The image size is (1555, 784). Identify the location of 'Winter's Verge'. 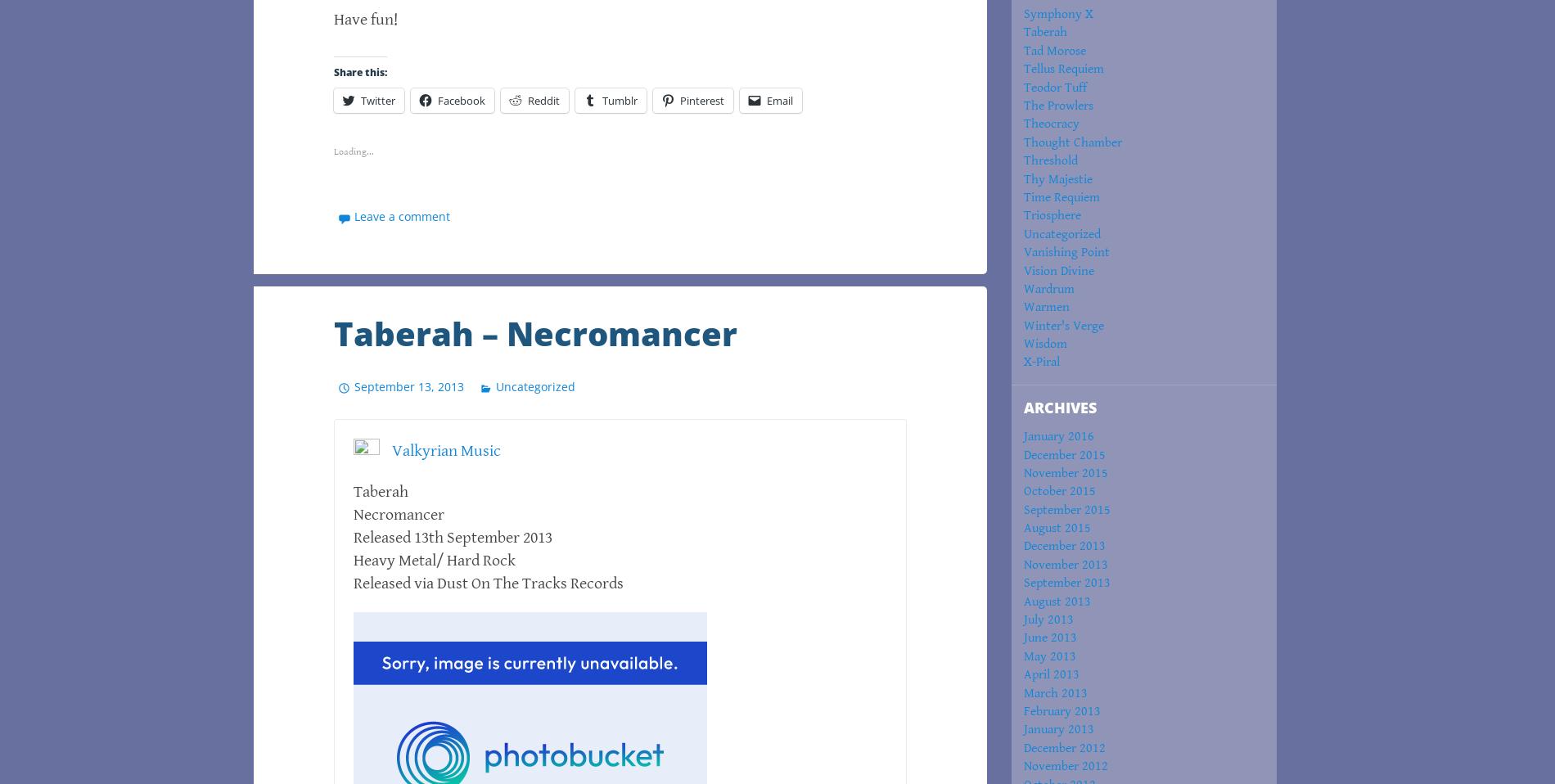
(1022, 324).